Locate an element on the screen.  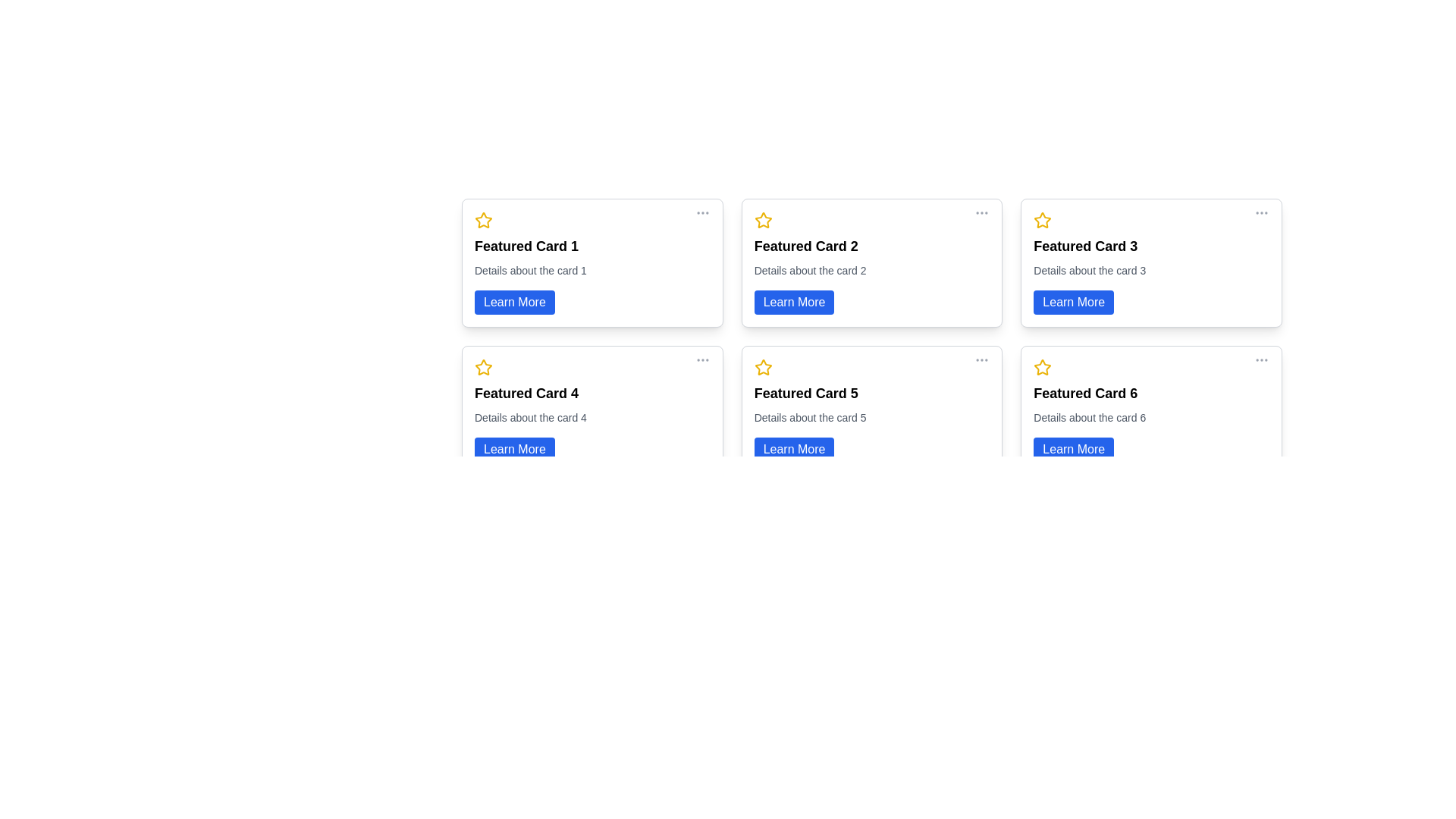
the button located at the bottom of 'Featured Card 5' in the grid layout is located at coordinates (793, 449).